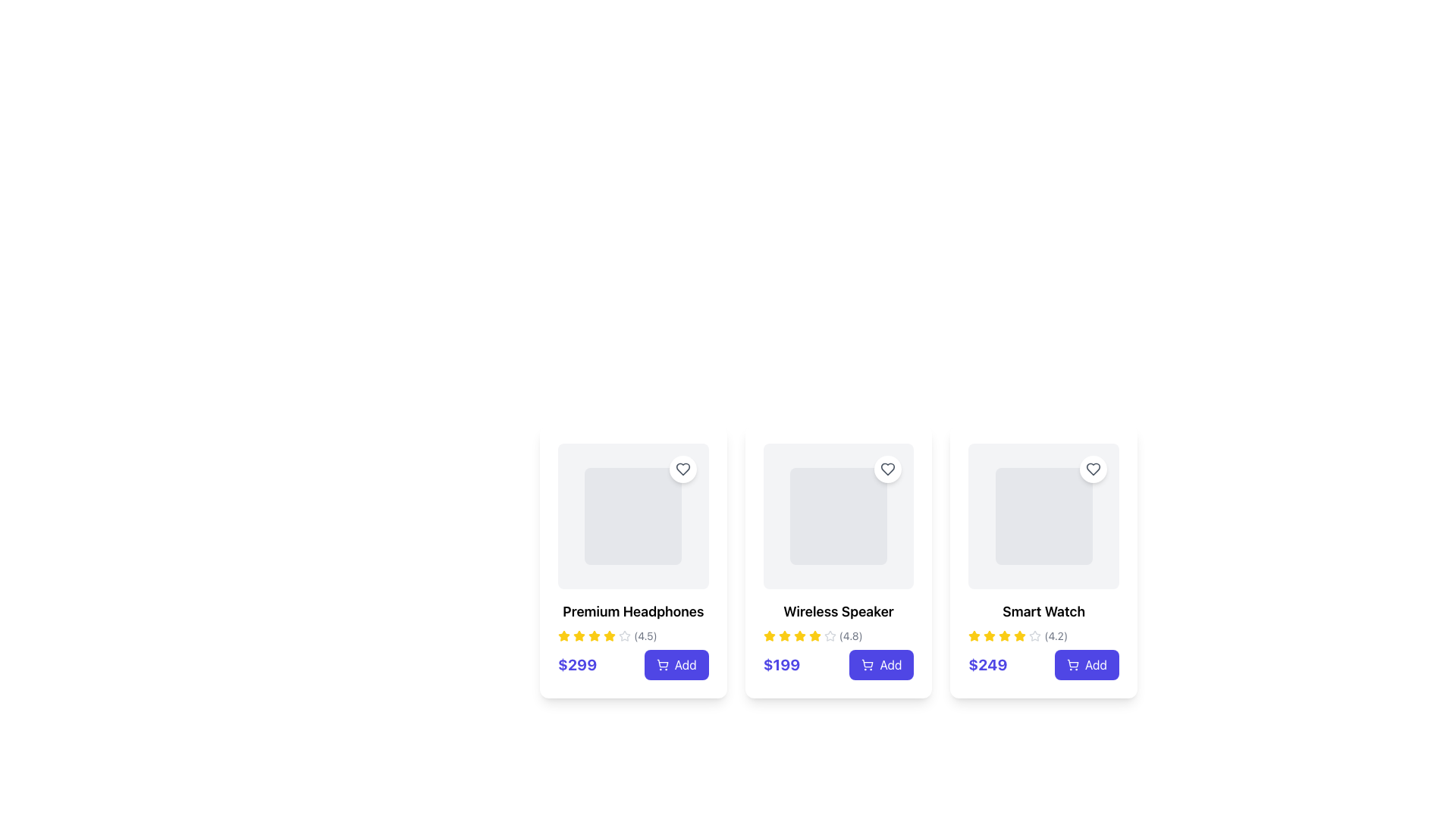  I want to click on the image placeholder for the 'Wireless Speaker' product, which is a prominent visual representation within its card layout, so click(837, 516).